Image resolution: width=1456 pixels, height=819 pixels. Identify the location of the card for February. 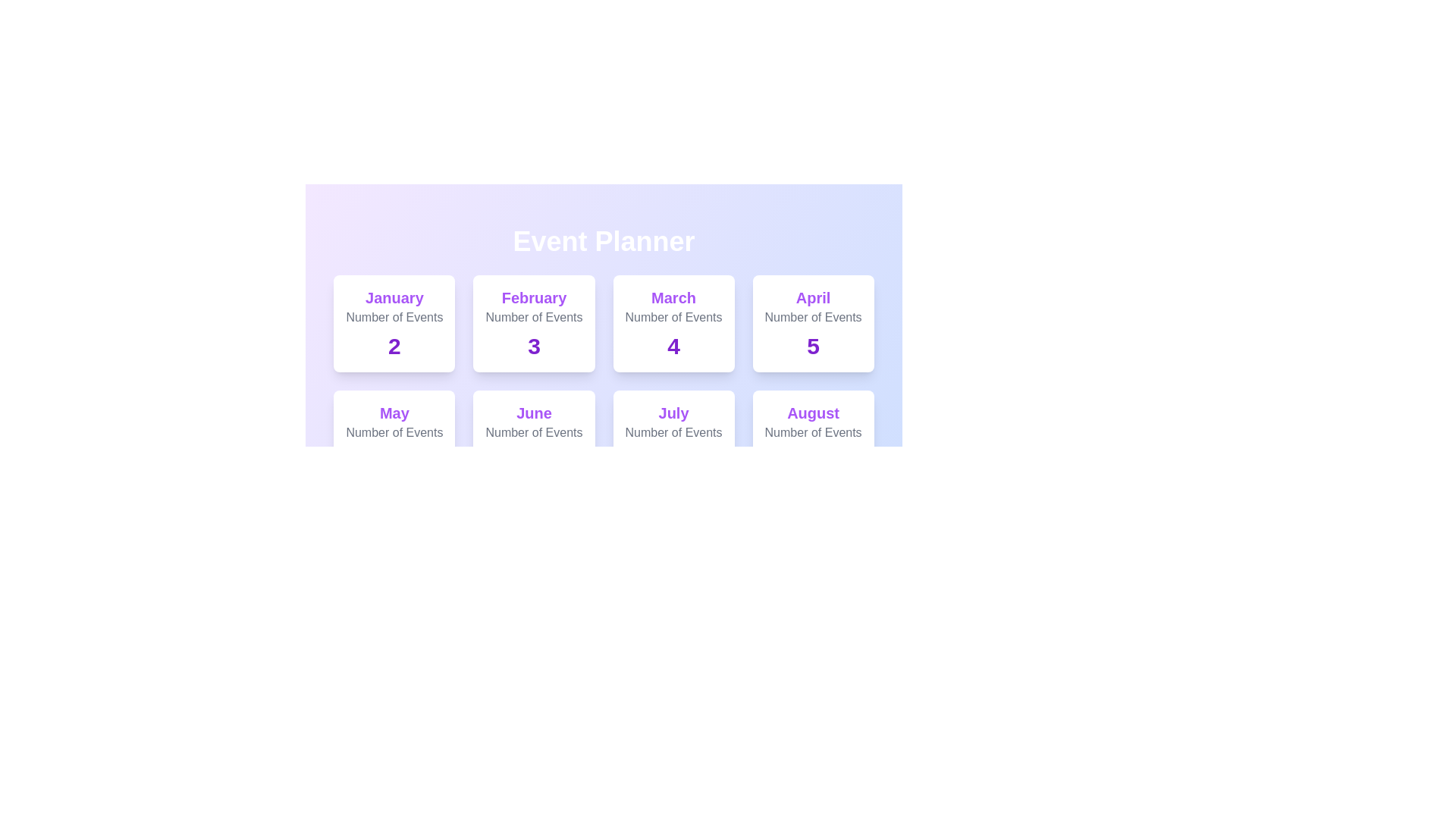
(534, 323).